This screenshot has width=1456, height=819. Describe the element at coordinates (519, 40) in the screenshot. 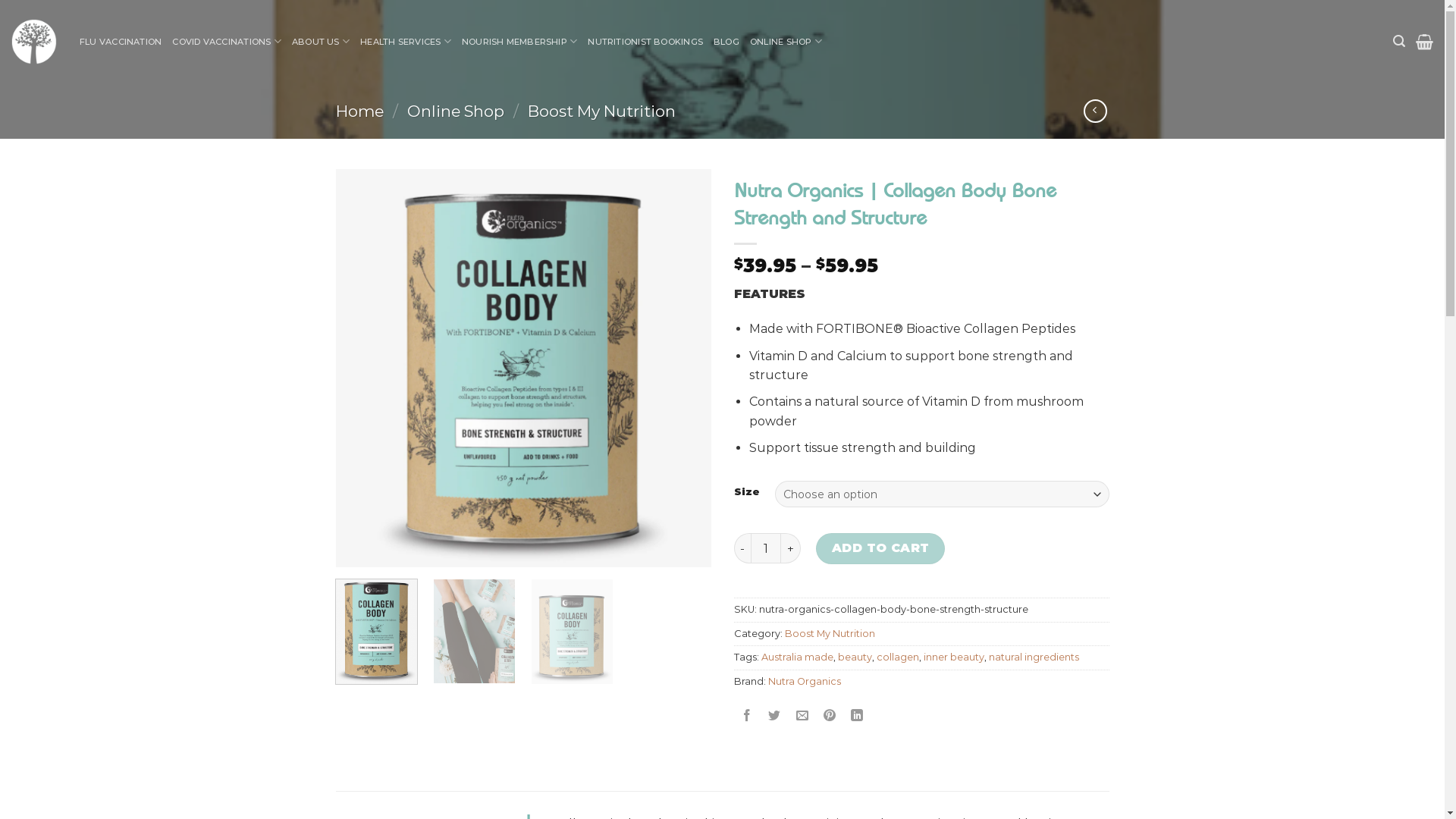

I see `'NOURISH MEMBERSHIP'` at that location.